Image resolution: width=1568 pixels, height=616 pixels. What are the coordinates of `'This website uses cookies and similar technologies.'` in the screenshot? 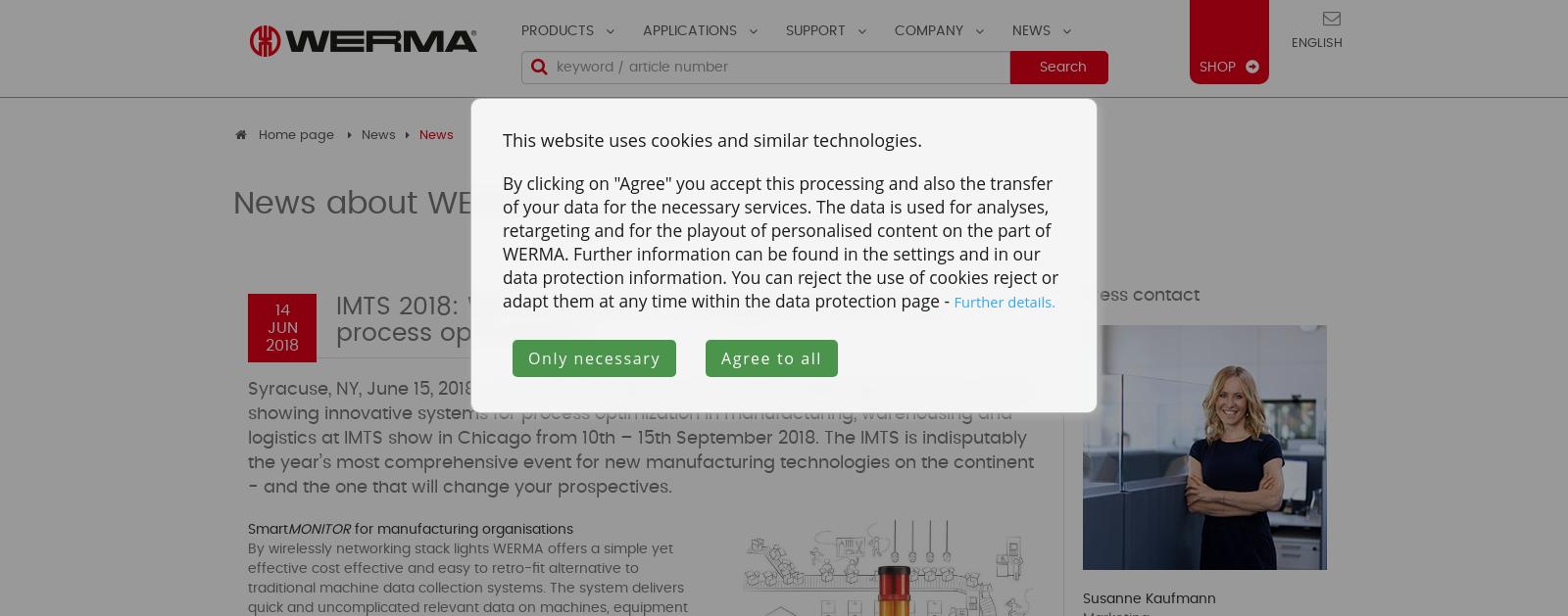 It's located at (711, 139).